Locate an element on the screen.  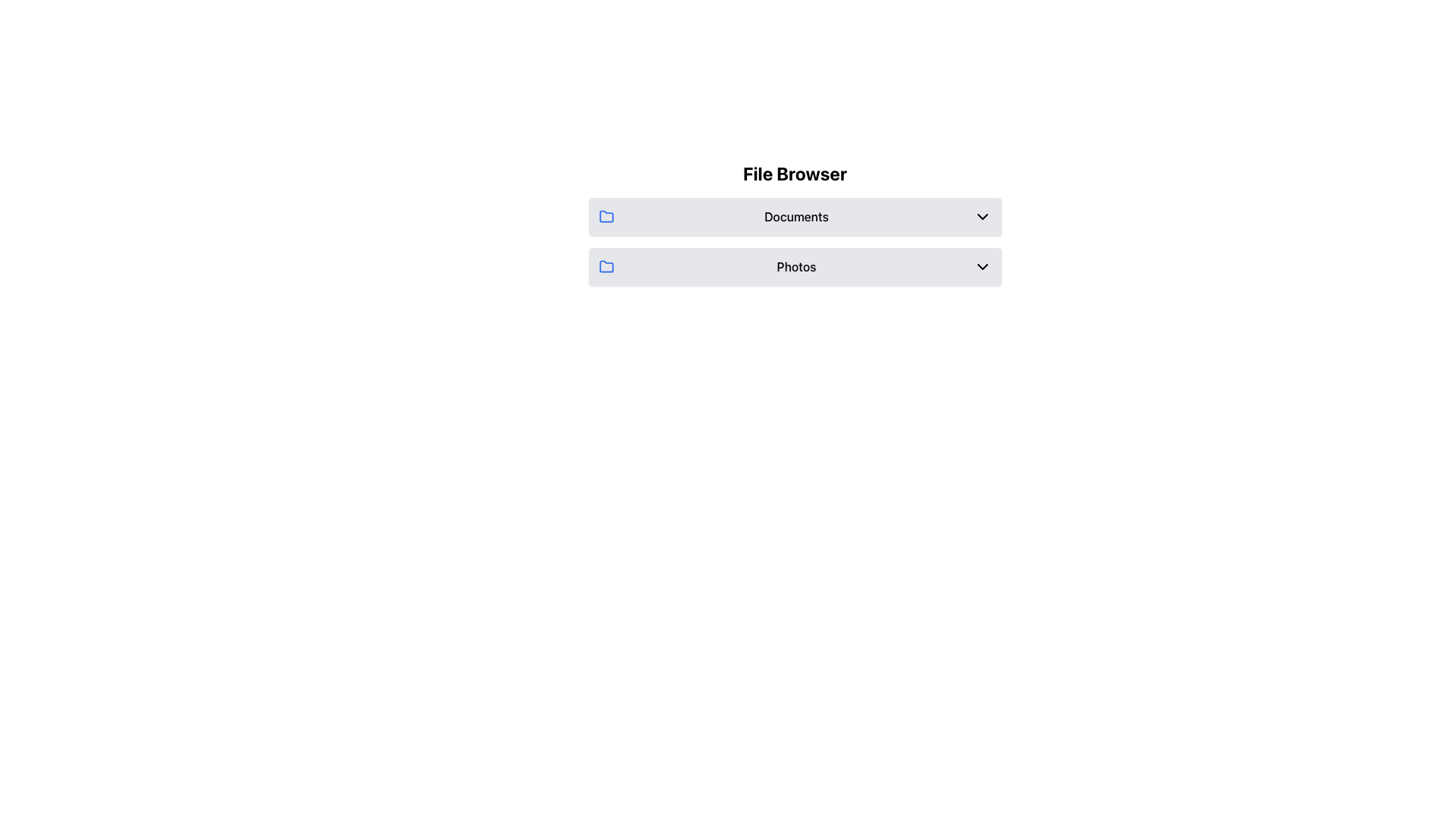
the downward-facing chevron icon of the 'Documents' row is located at coordinates (982, 216).